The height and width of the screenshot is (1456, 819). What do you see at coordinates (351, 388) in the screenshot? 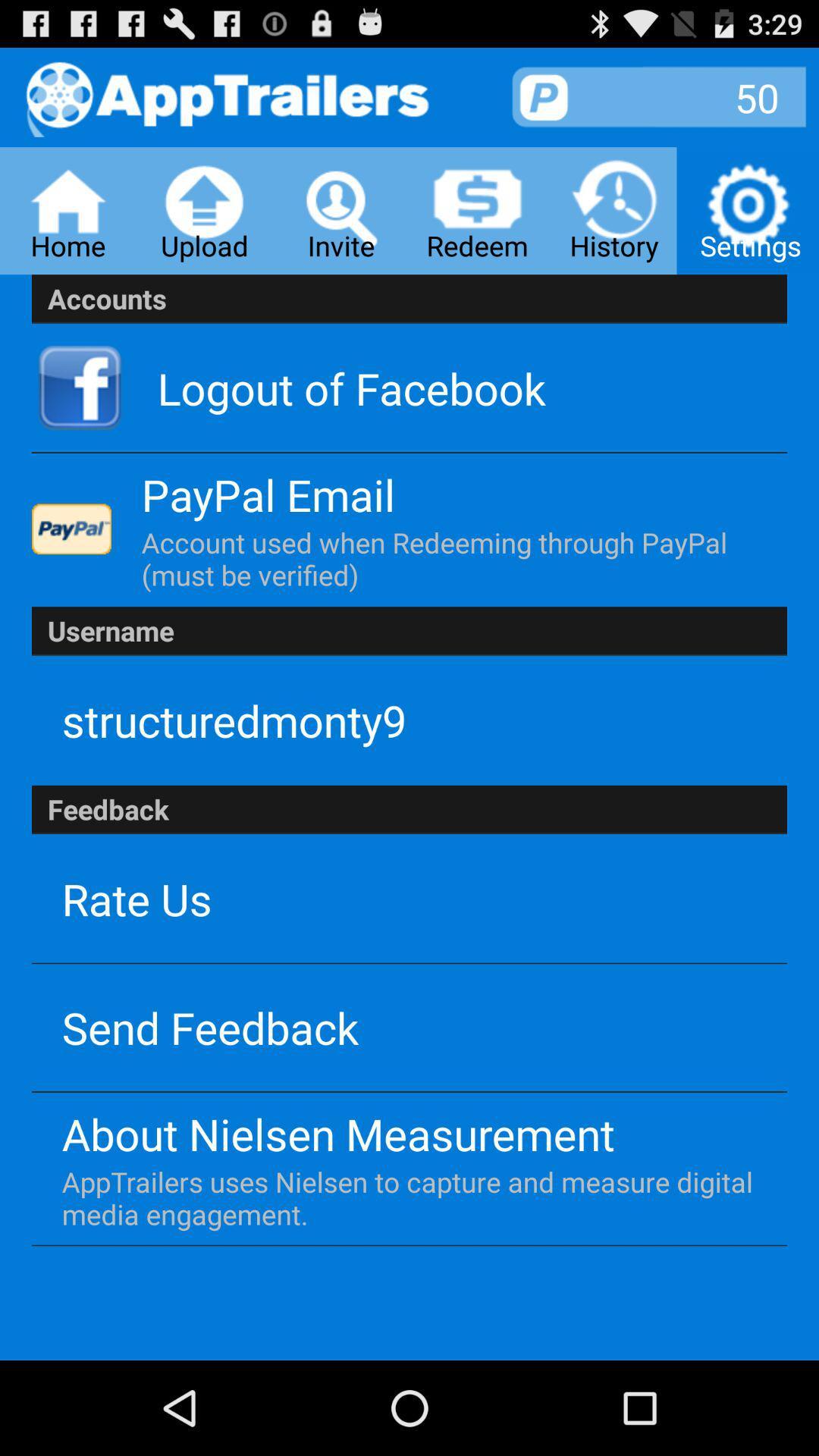
I see `item above paypal email app` at bounding box center [351, 388].